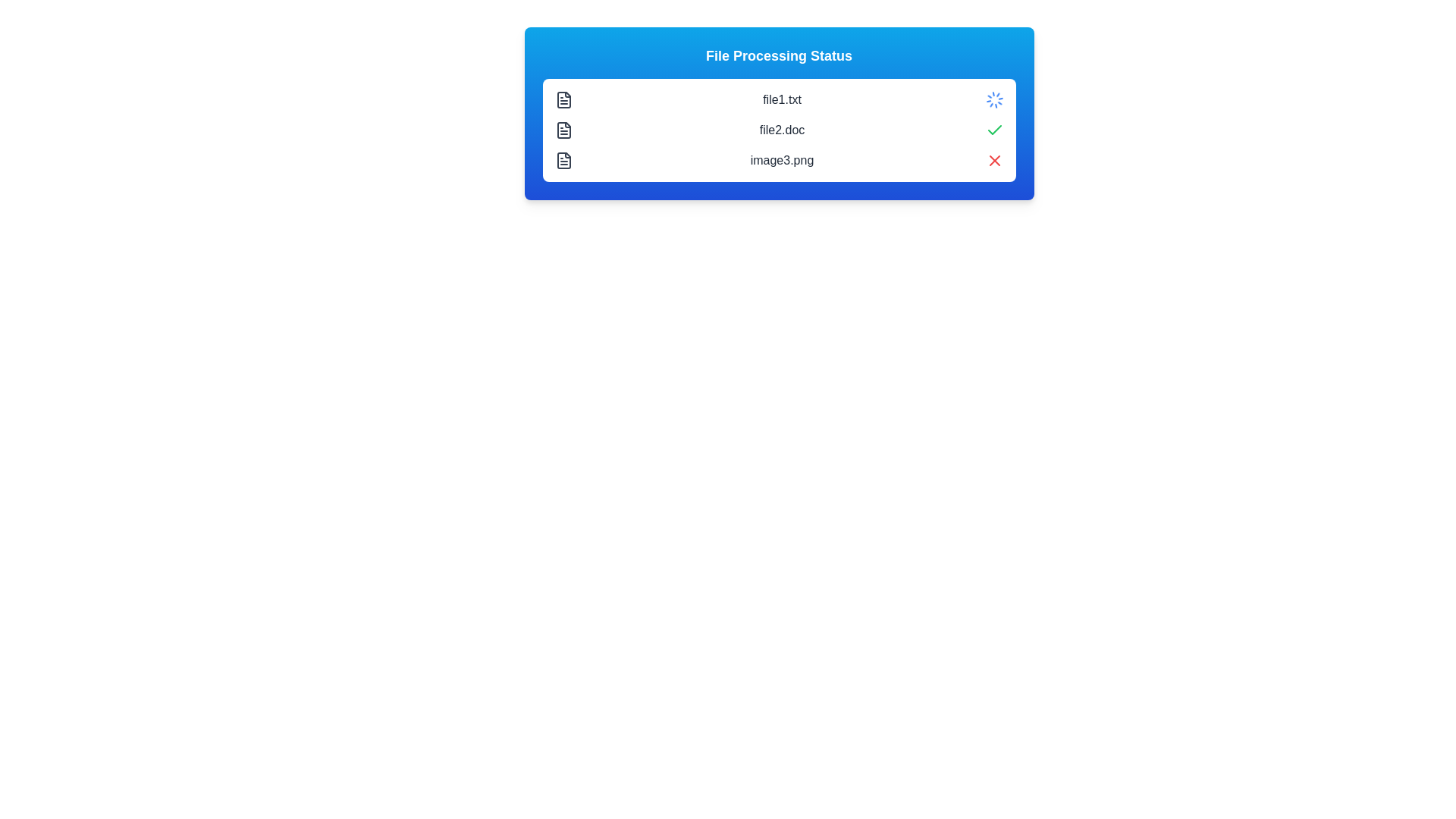  I want to click on the leftmost icon resembling a document with a text overlay, styled in grayscale colors, which is positioned to the left of the text 'image3.png', so click(563, 161).